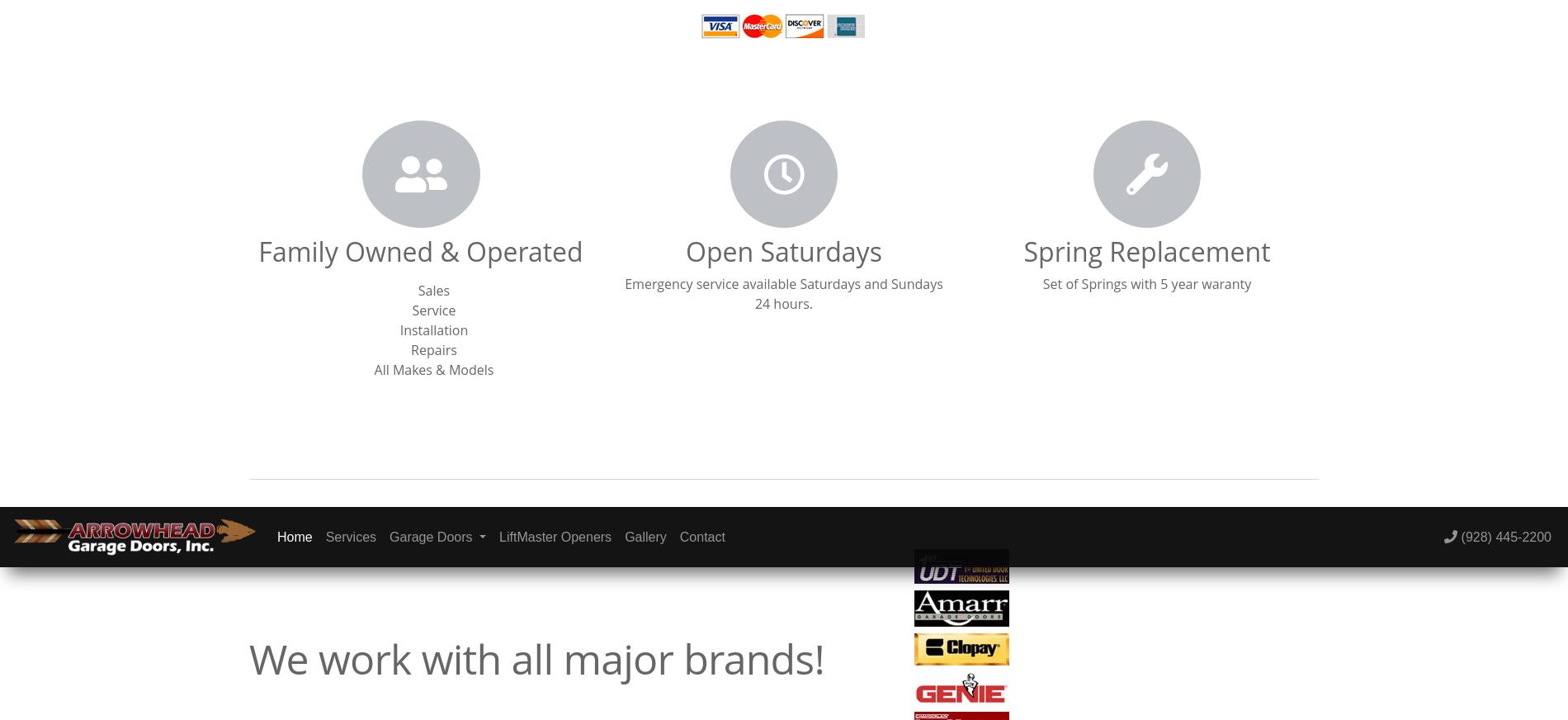  I want to click on 'Contact Us', so click(1111, 71).